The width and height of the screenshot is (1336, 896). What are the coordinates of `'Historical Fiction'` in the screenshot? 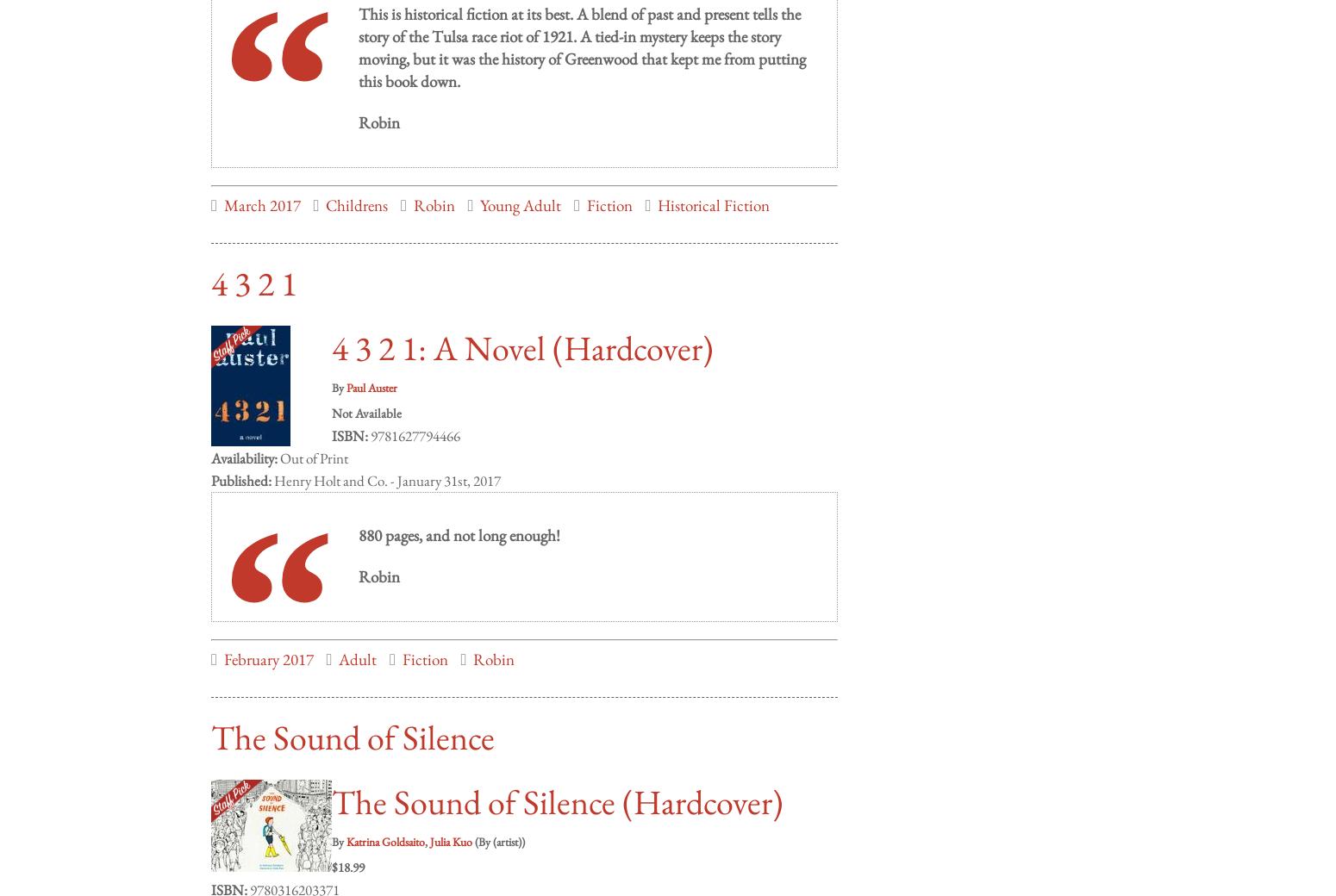 It's located at (713, 188).